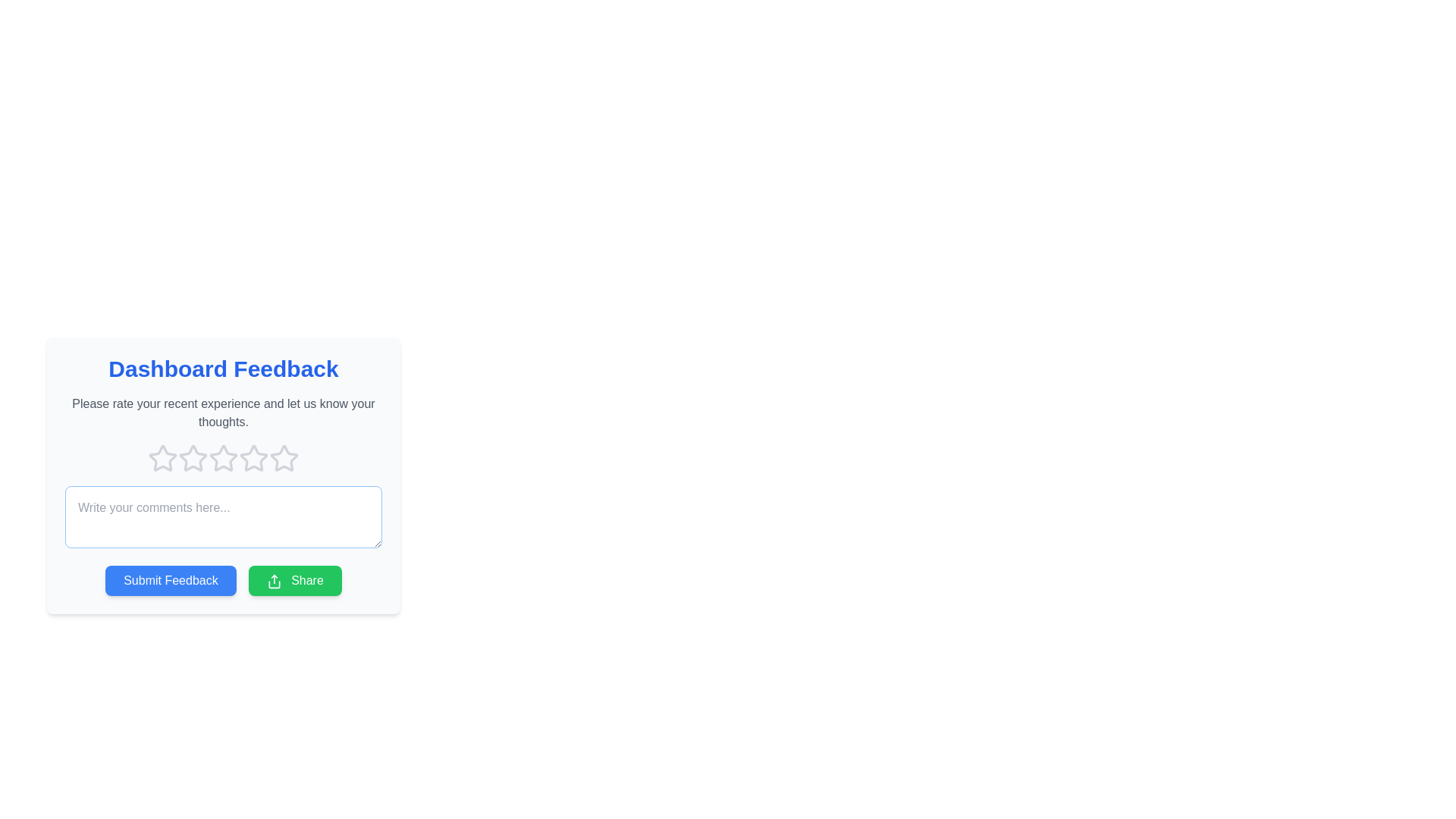  I want to click on the Text heading that indicates the function and purpose of the feedback section, located at the top of a light-gray, rounded box, so click(222, 369).